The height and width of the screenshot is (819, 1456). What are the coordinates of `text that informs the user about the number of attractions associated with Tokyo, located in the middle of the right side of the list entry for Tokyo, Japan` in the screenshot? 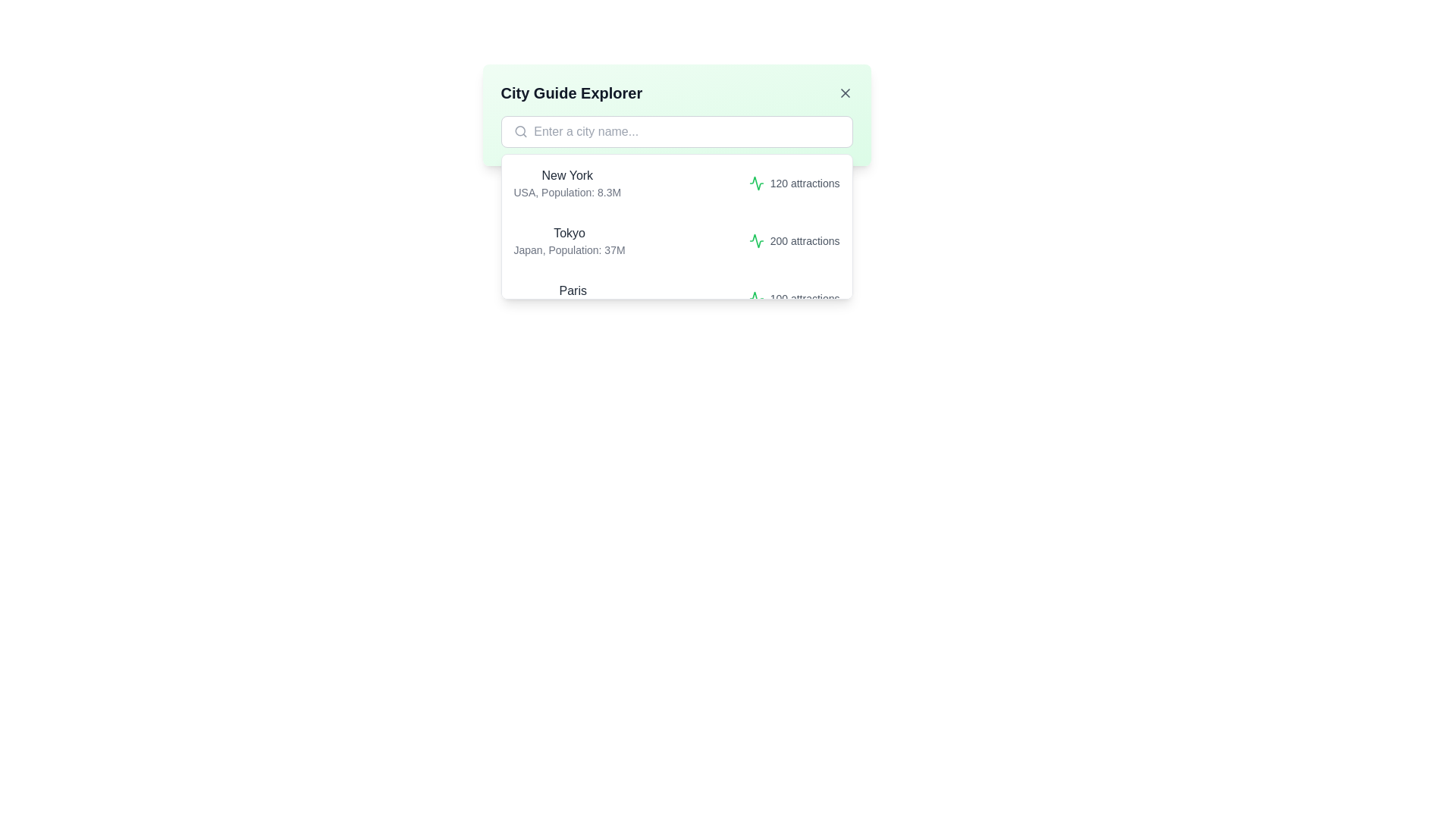 It's located at (804, 240).